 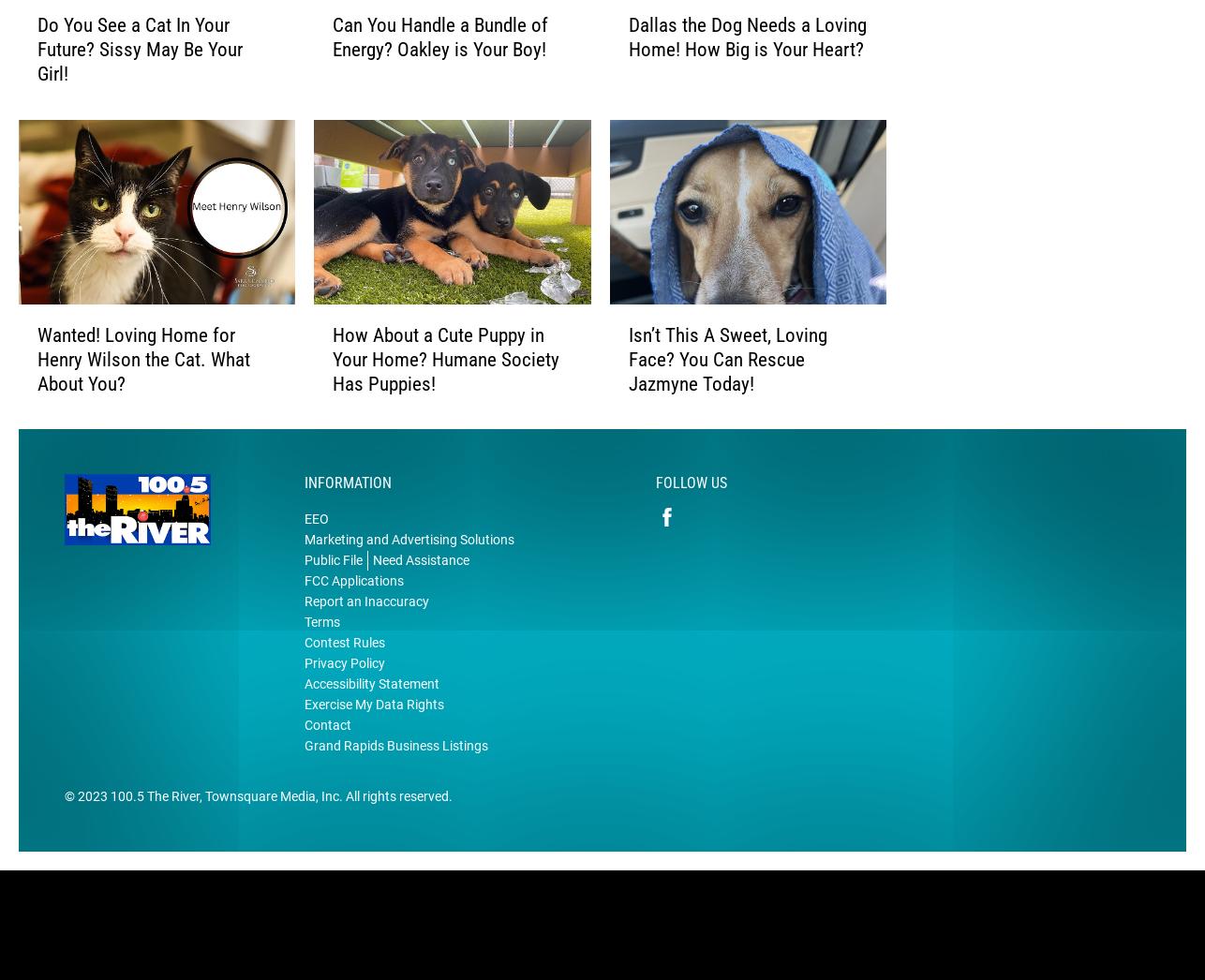 What do you see at coordinates (394, 824) in the screenshot?
I see `'. All rights reserved.'` at bounding box center [394, 824].